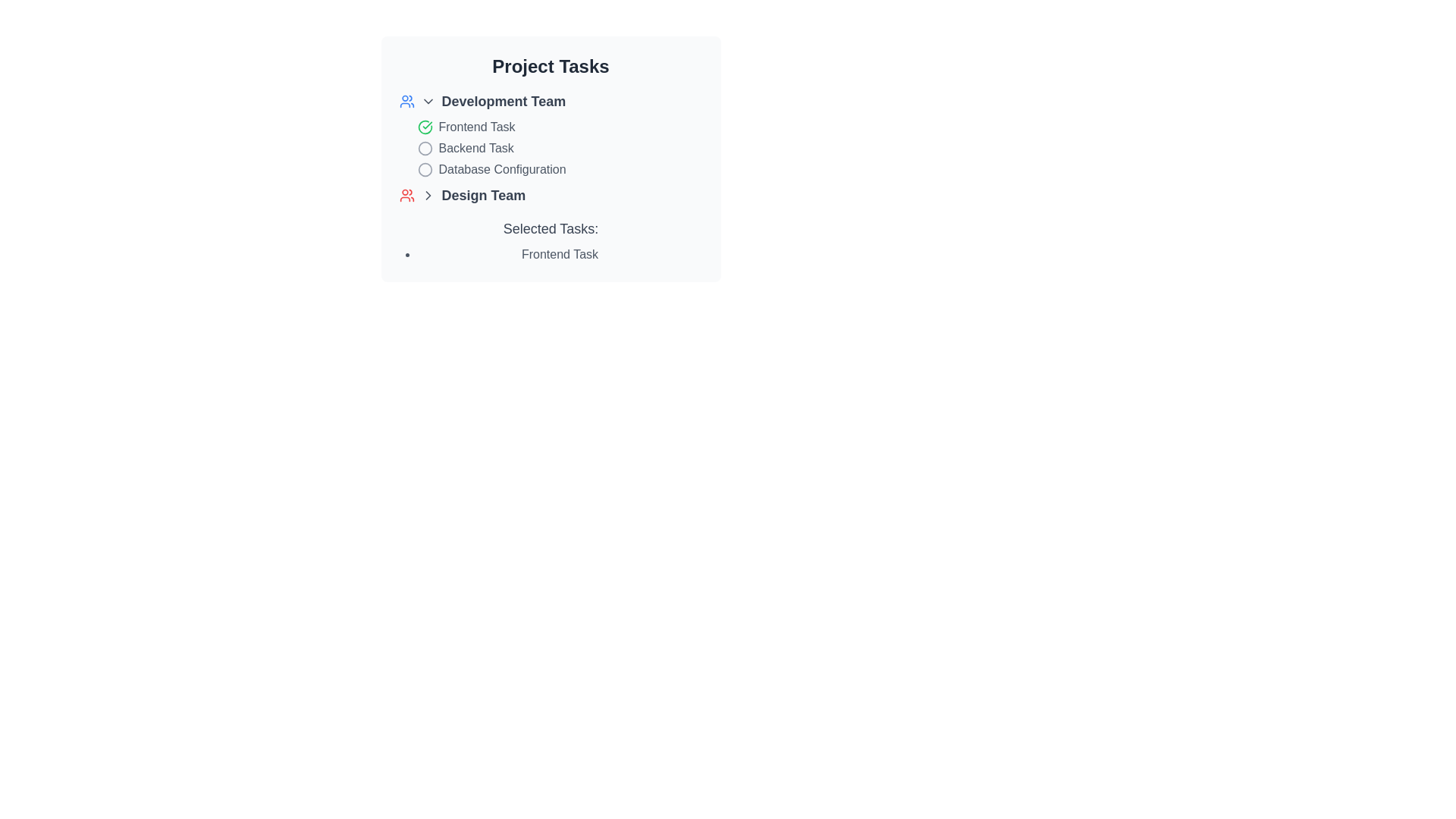  What do you see at coordinates (425, 169) in the screenshot?
I see `the status indicator circle for the 'Database Configuration' task, which is the first visual component under the 'Development Team' heading` at bounding box center [425, 169].